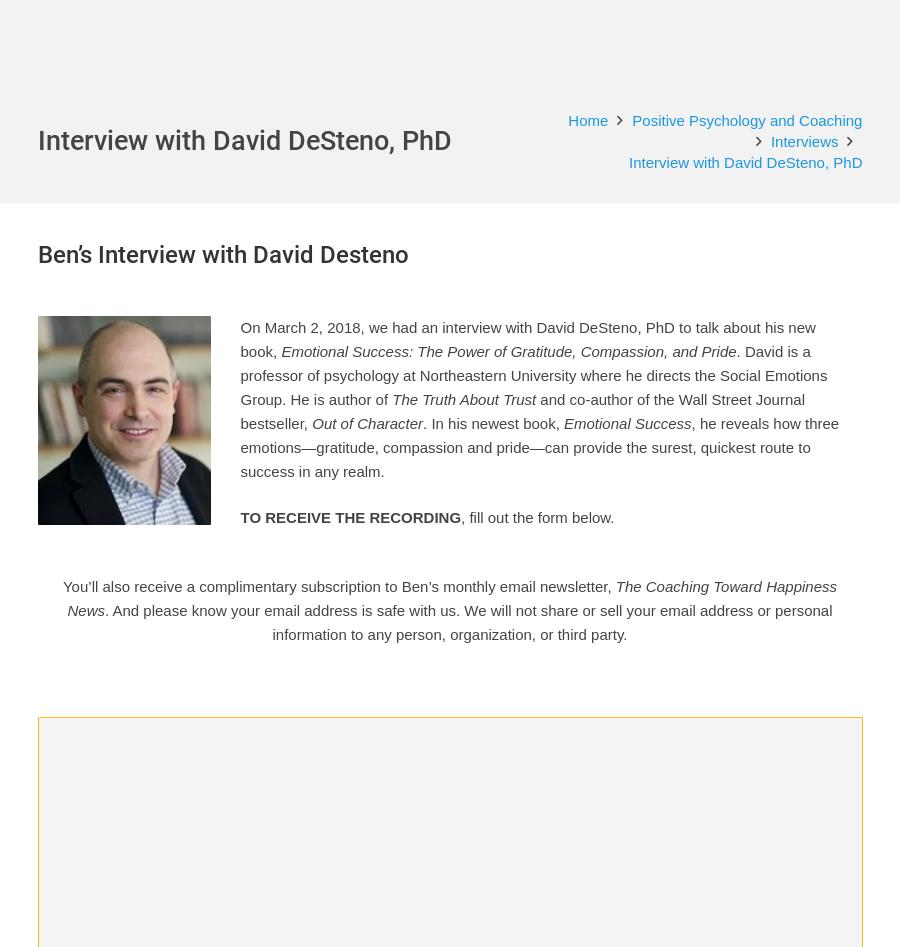  Describe the element at coordinates (283, 575) in the screenshot. I see `'aren’t enough. Instead, three emotions are the secret to getting things'` at that location.